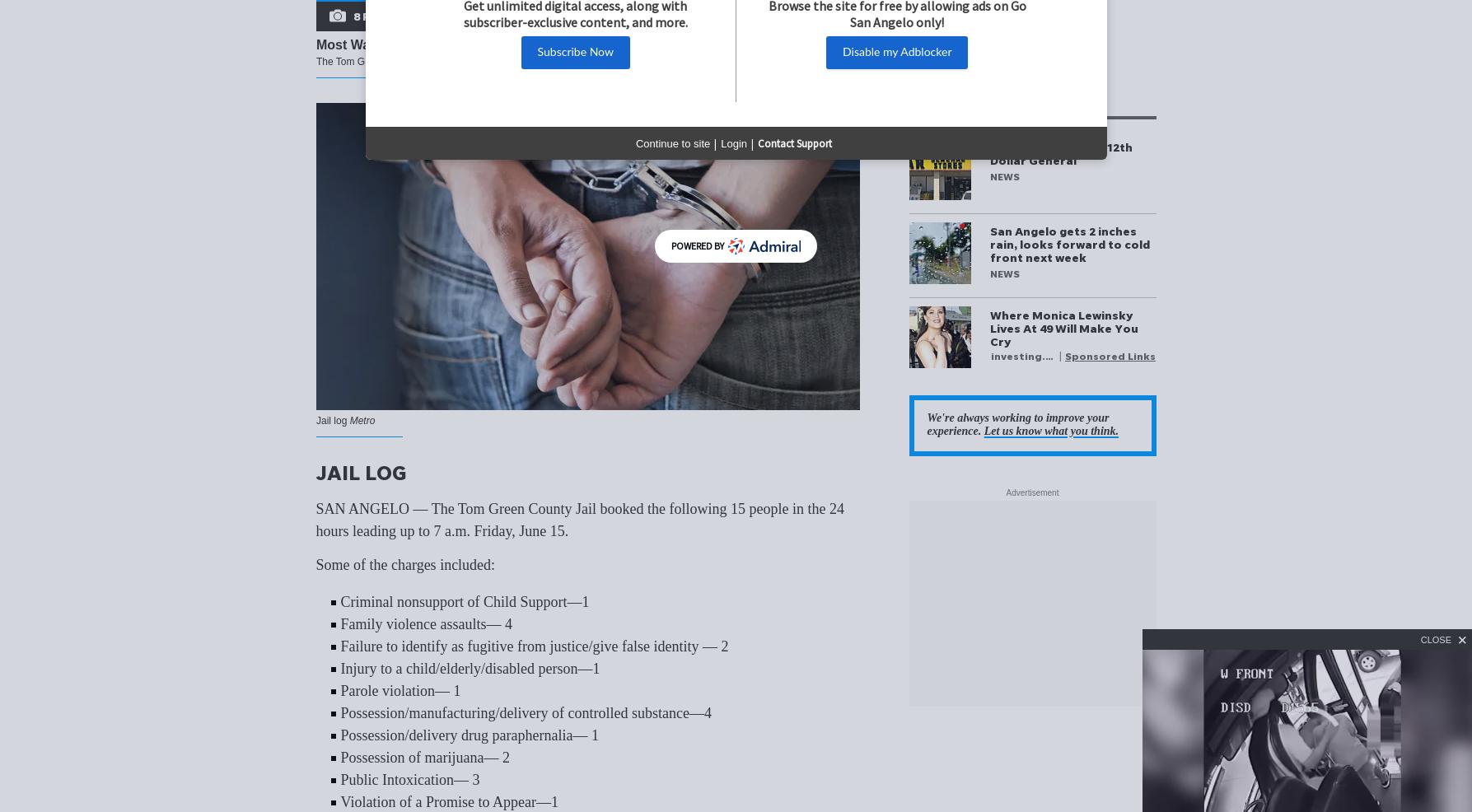  What do you see at coordinates (720, 142) in the screenshot?
I see `'Login'` at bounding box center [720, 142].